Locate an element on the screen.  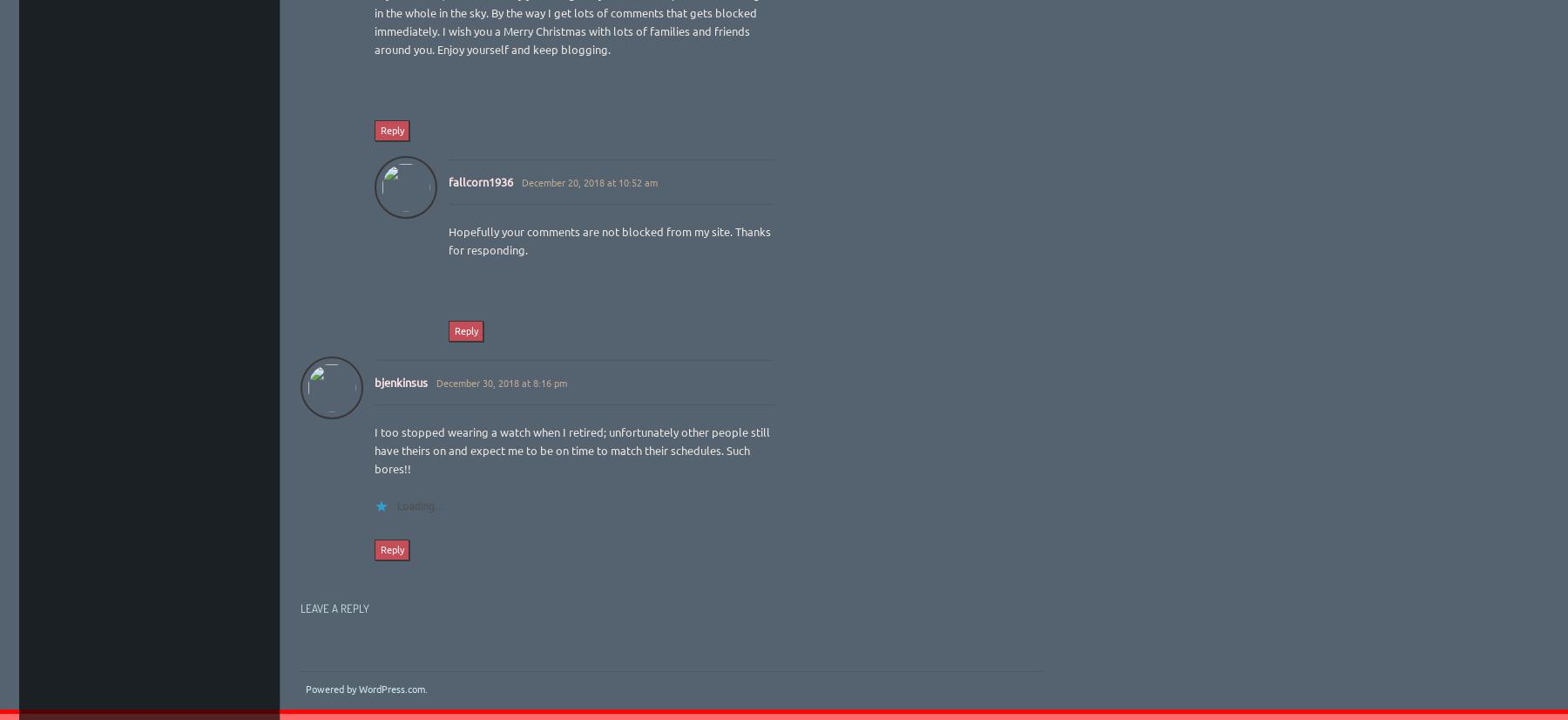
'Leave a Reply' is located at coordinates (335, 607).